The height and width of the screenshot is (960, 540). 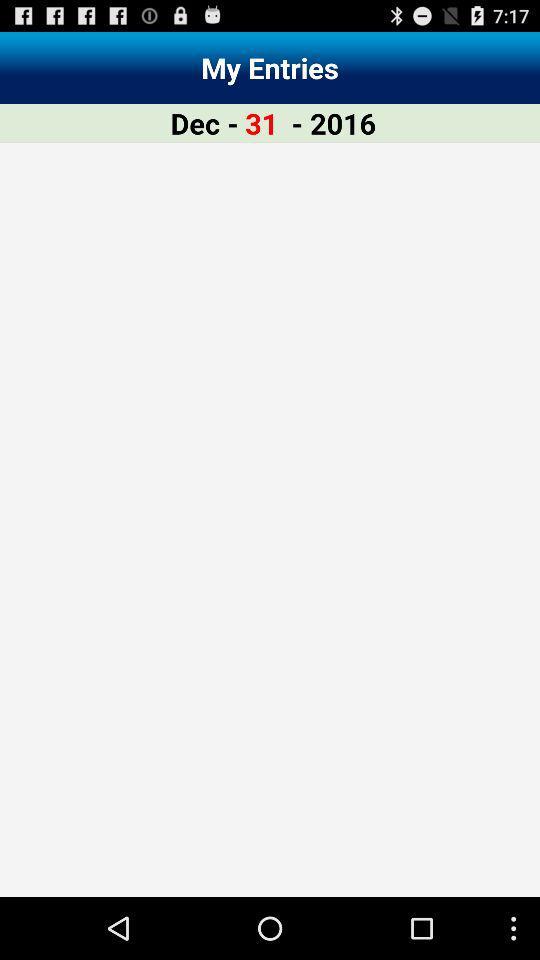 What do you see at coordinates (333, 122) in the screenshot?
I see `the item to the right of the 31 app` at bounding box center [333, 122].